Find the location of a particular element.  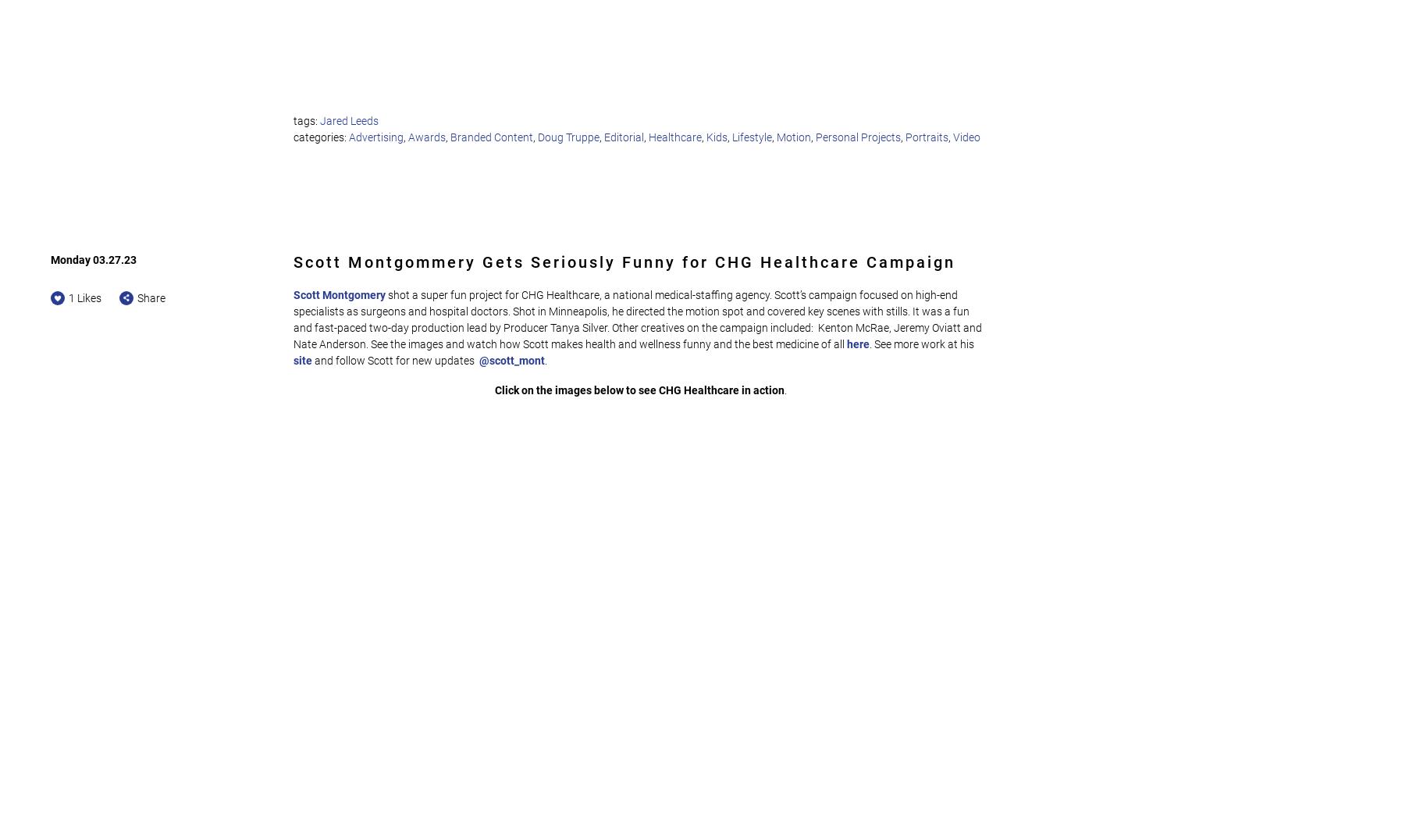

'and follow Scott for new updates' is located at coordinates (396, 358).